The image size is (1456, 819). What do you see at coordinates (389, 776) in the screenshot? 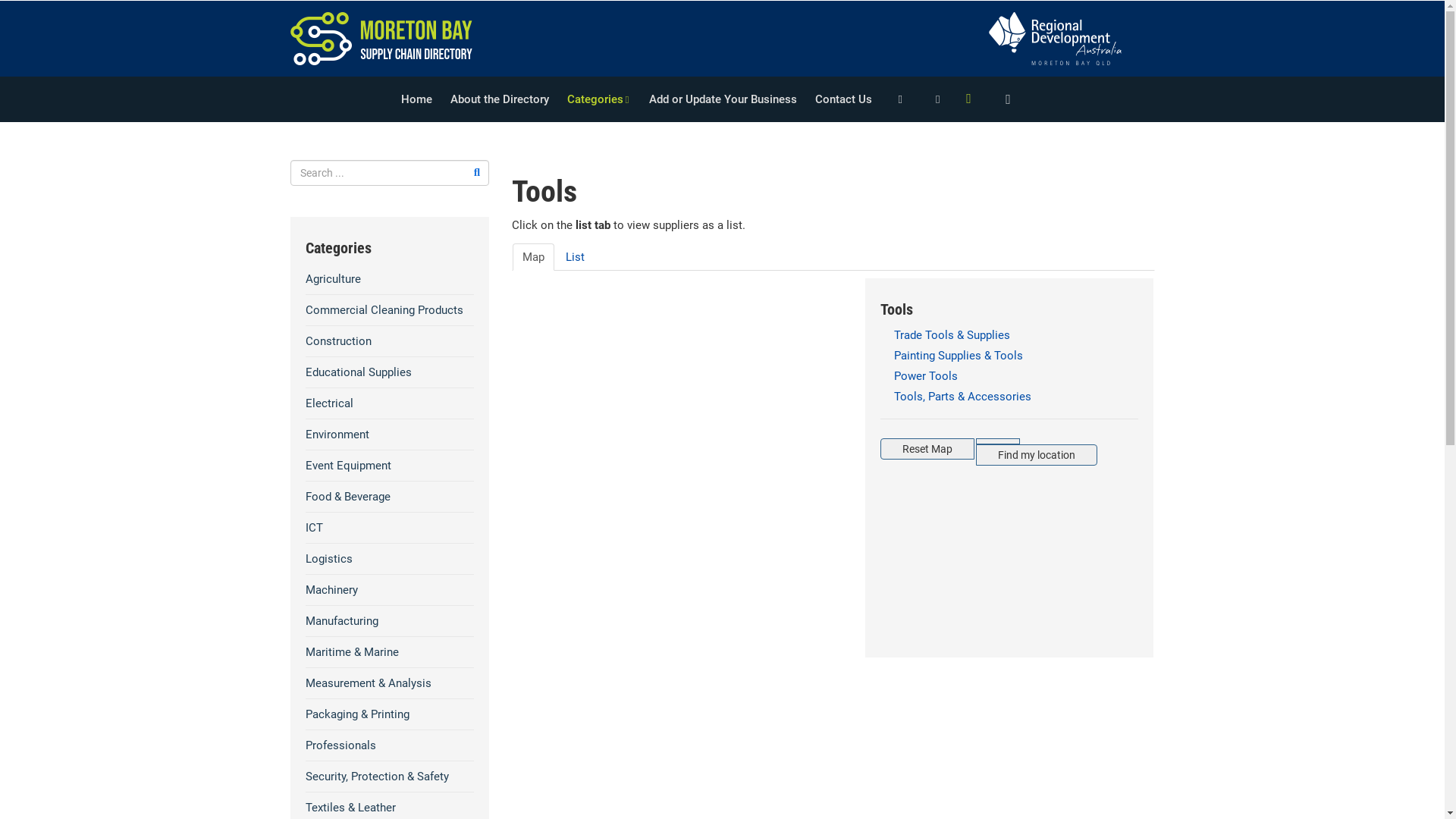
I see `'Security, Protection & Safety'` at bounding box center [389, 776].